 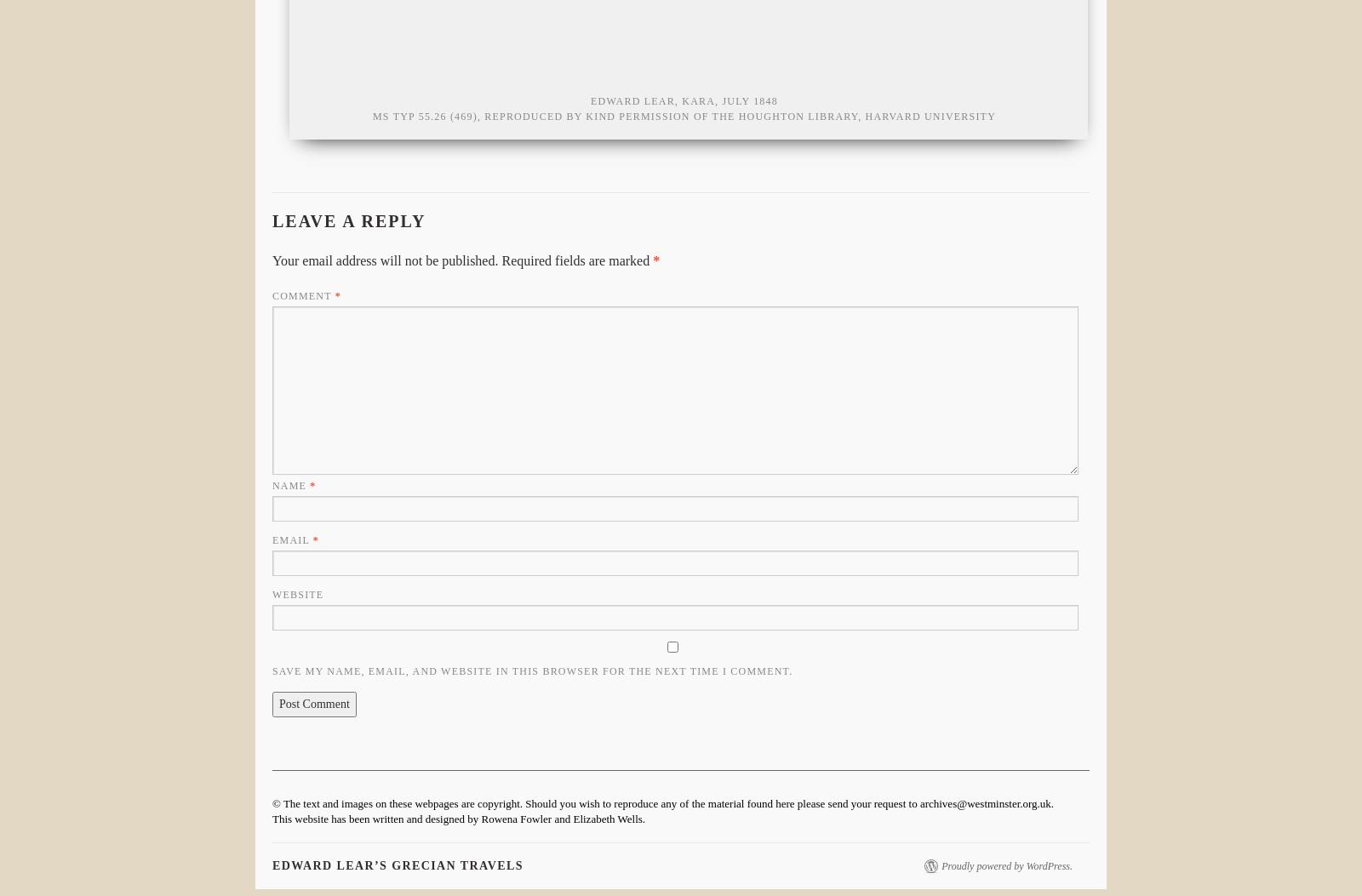 I want to click on 'Save my name, email, and website in this browser for the next time I comment.', so click(x=532, y=671).